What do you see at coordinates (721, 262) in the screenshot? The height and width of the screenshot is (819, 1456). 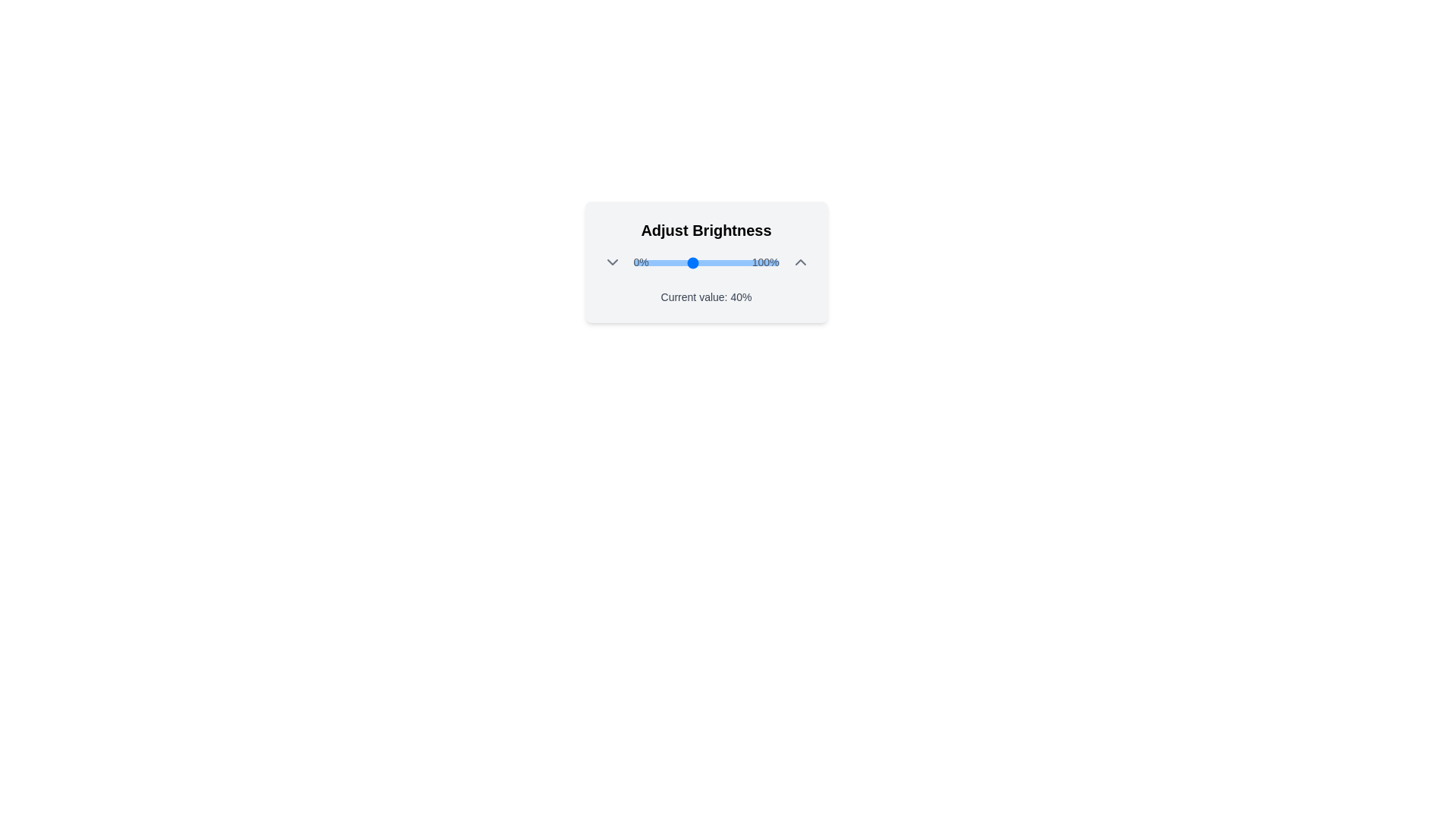 I see `brightness` at bounding box center [721, 262].